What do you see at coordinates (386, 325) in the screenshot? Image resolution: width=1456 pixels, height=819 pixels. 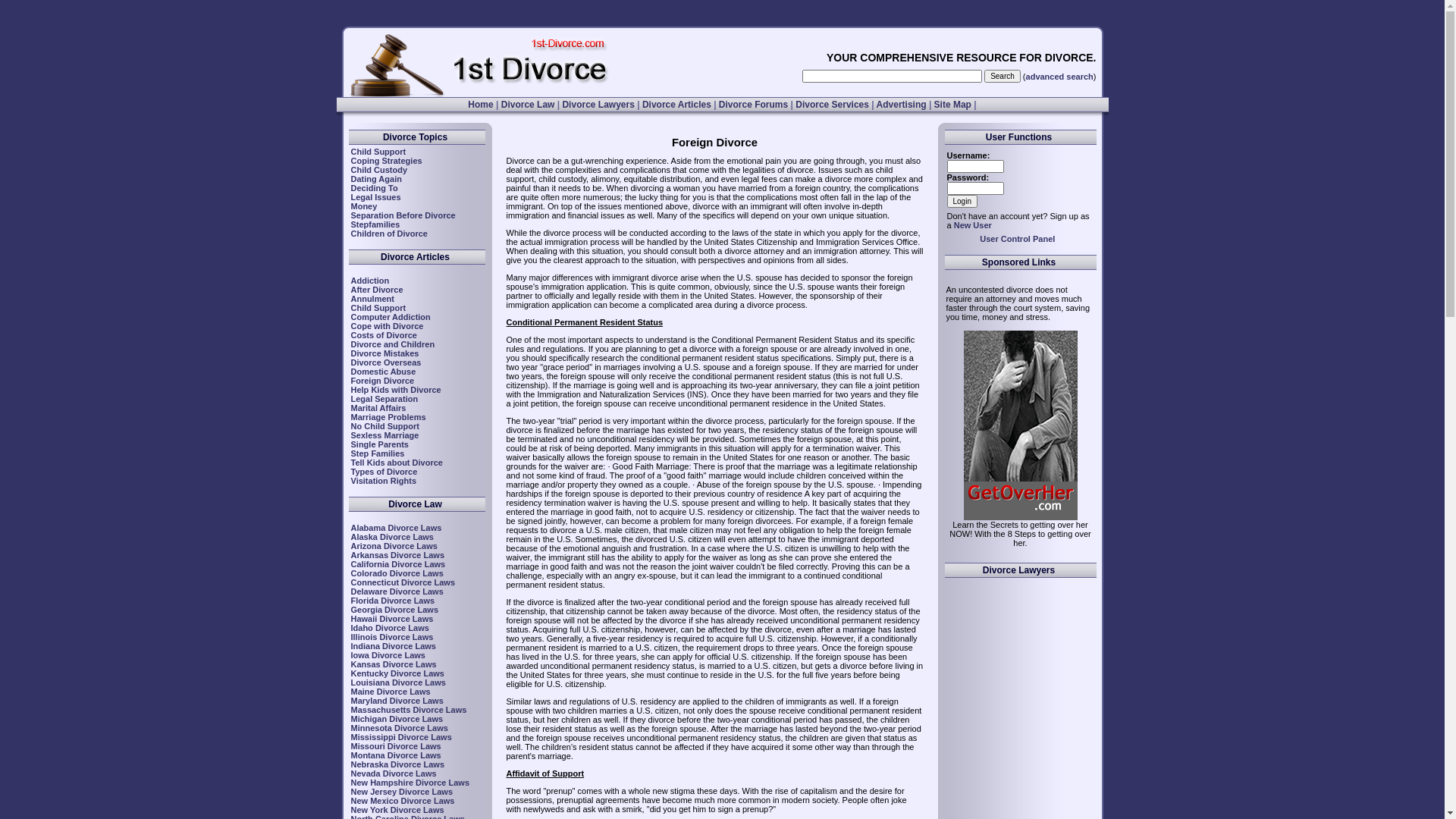 I see `'Cope with Divorce'` at bounding box center [386, 325].